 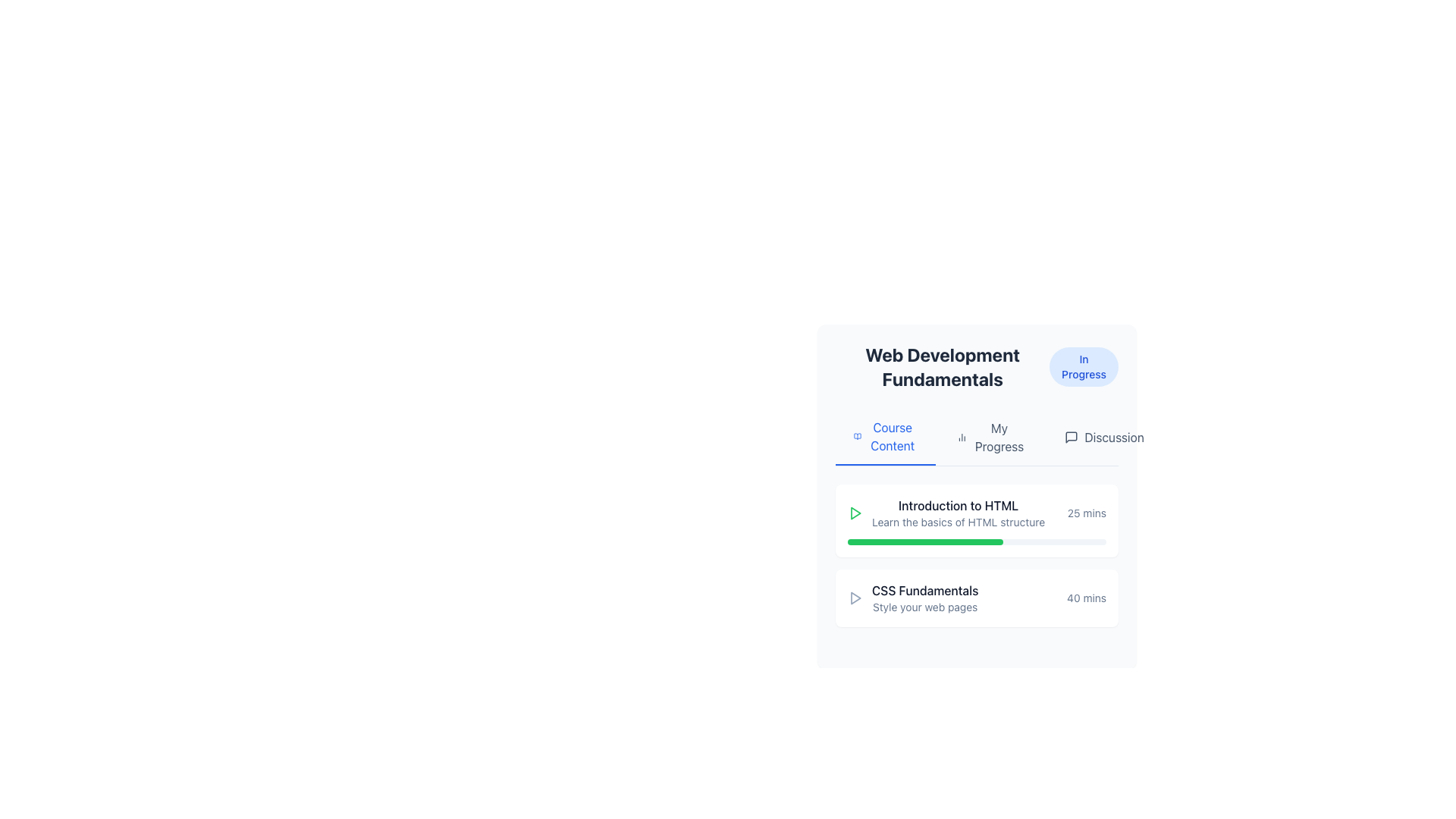 What do you see at coordinates (977, 541) in the screenshot?
I see `the completion progress of the slim horizontal progress bar located at the bottom of the 'Introduction to HTML' card, which has a light gray background and a green completed section` at bounding box center [977, 541].